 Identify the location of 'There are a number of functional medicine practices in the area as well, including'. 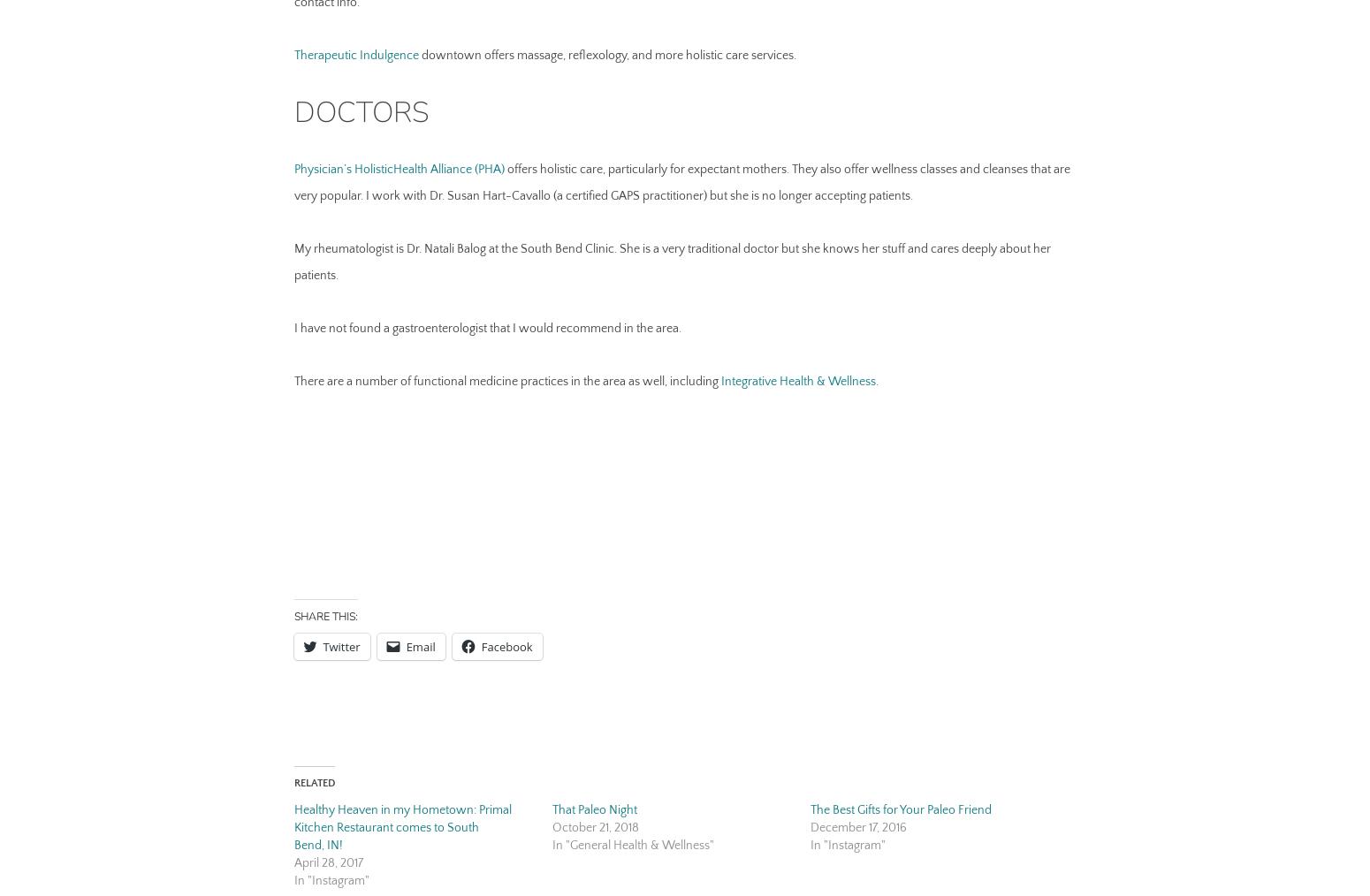
(293, 380).